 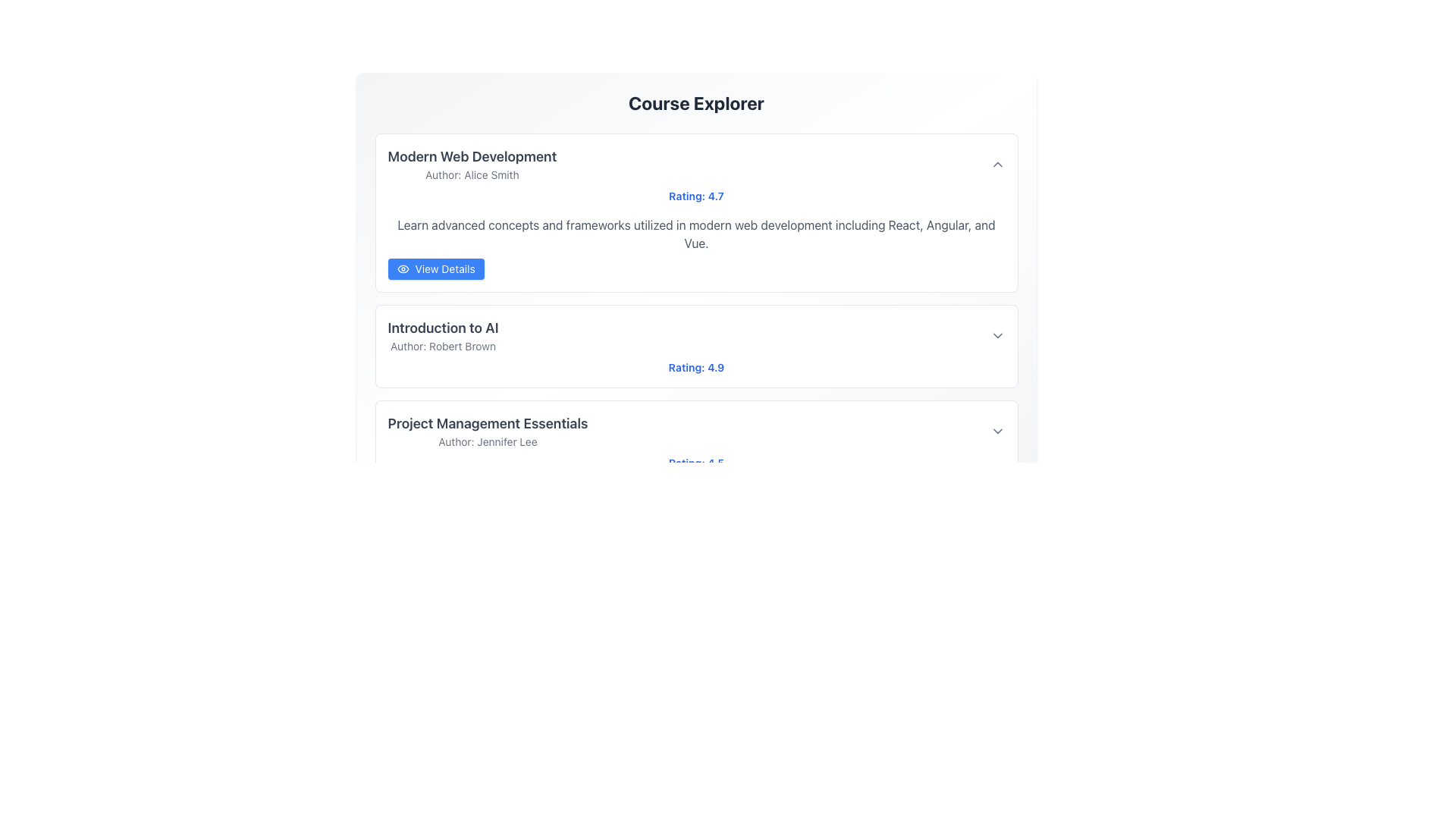 I want to click on the textual description providing an overview of the advanced concepts and frameworks covered in the modern web development course to read it more clearly, so click(x=695, y=247).